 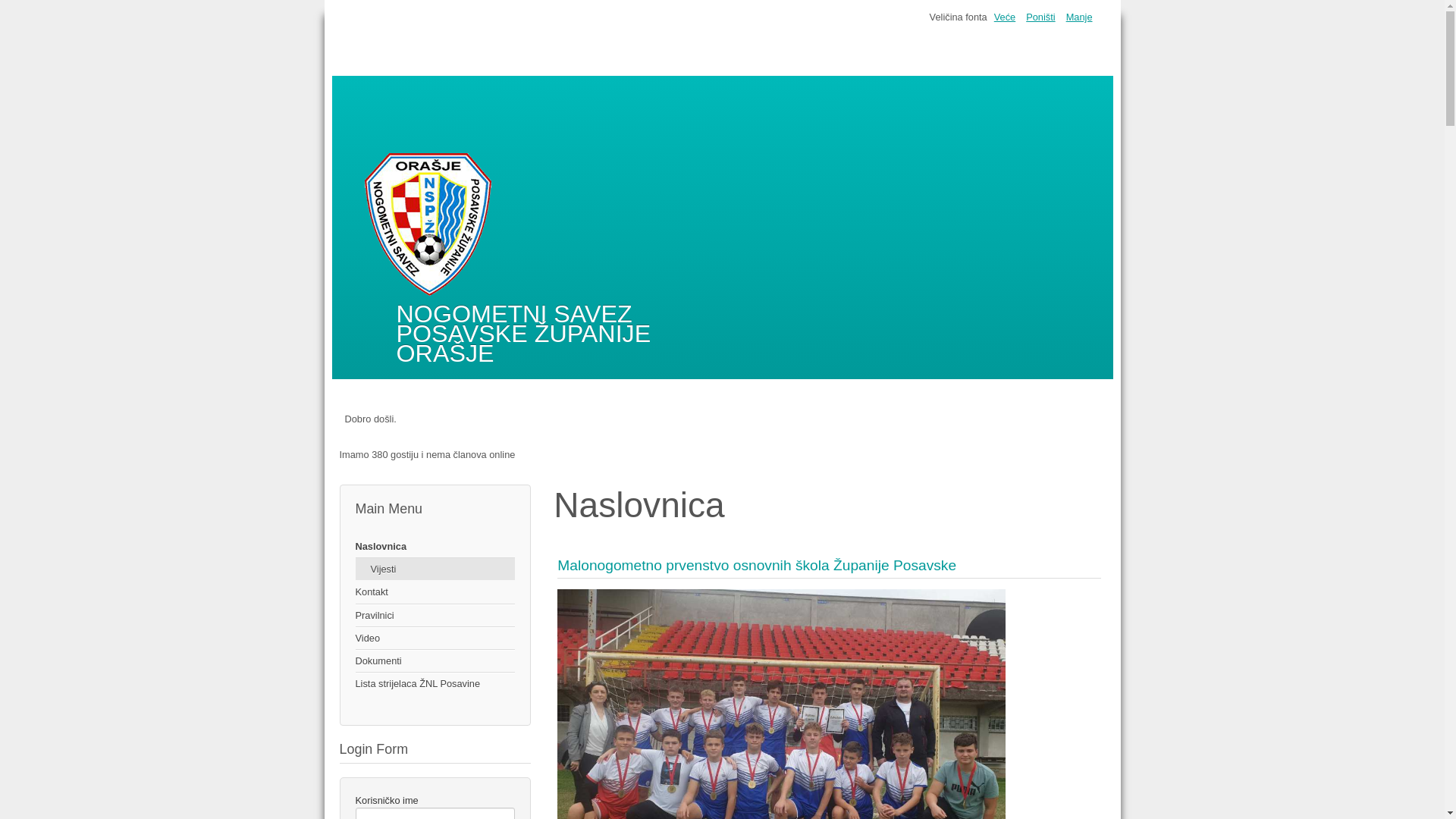 I want to click on 'Kontakt', so click(x=434, y=591).